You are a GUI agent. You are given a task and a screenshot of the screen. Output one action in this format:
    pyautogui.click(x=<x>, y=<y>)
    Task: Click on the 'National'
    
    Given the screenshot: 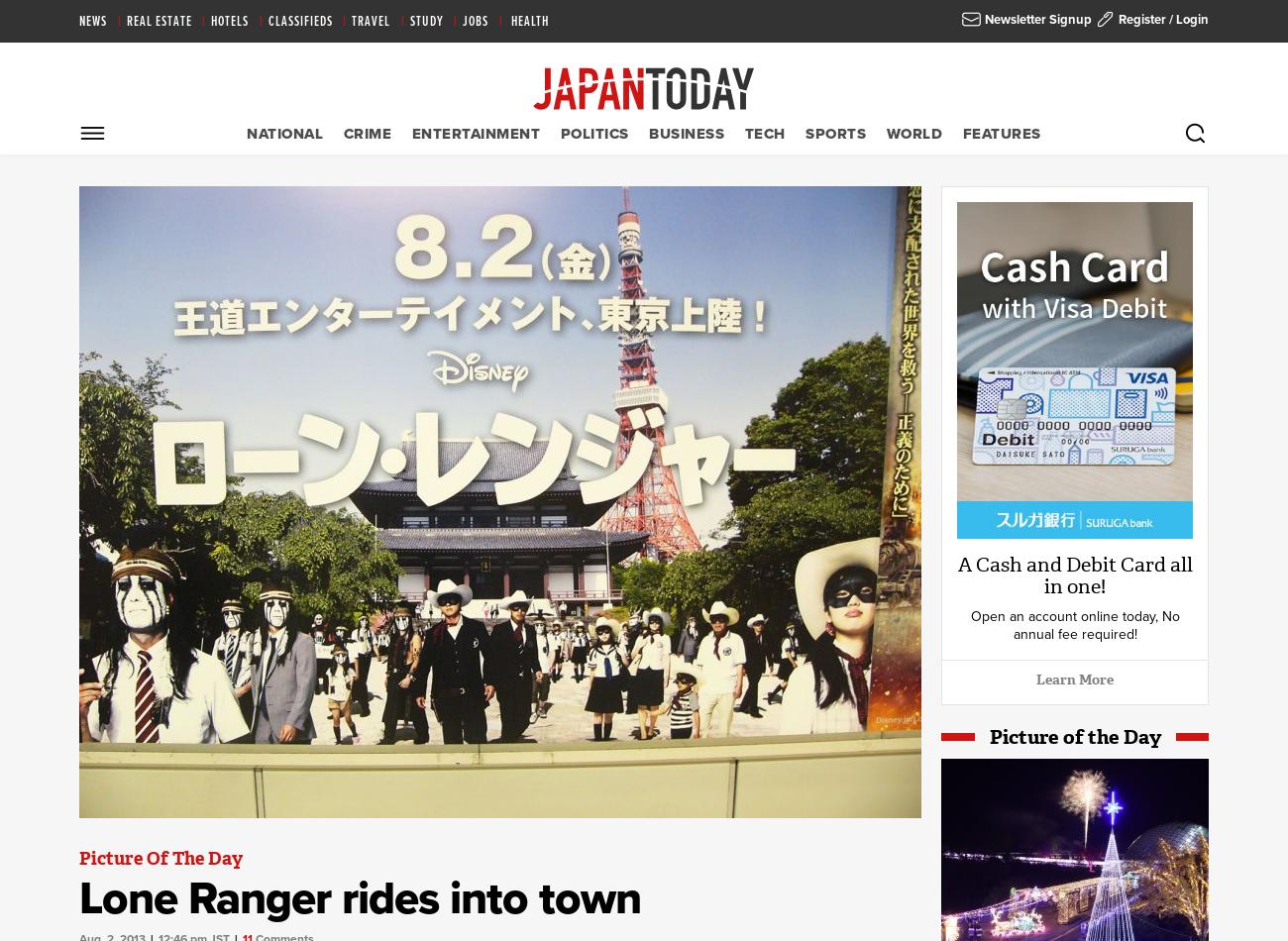 What is the action you would take?
    pyautogui.click(x=284, y=133)
    